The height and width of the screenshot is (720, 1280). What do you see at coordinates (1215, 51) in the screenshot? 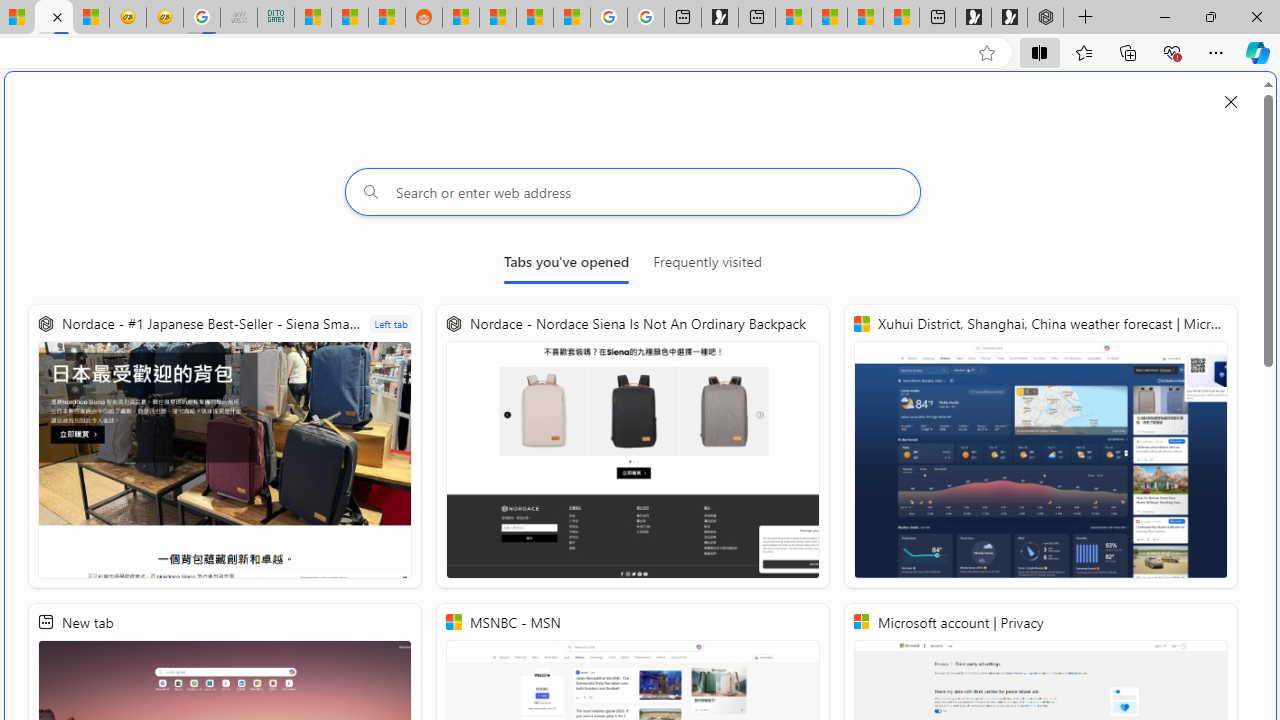
I see `'Settings and more (Alt+F)'` at bounding box center [1215, 51].